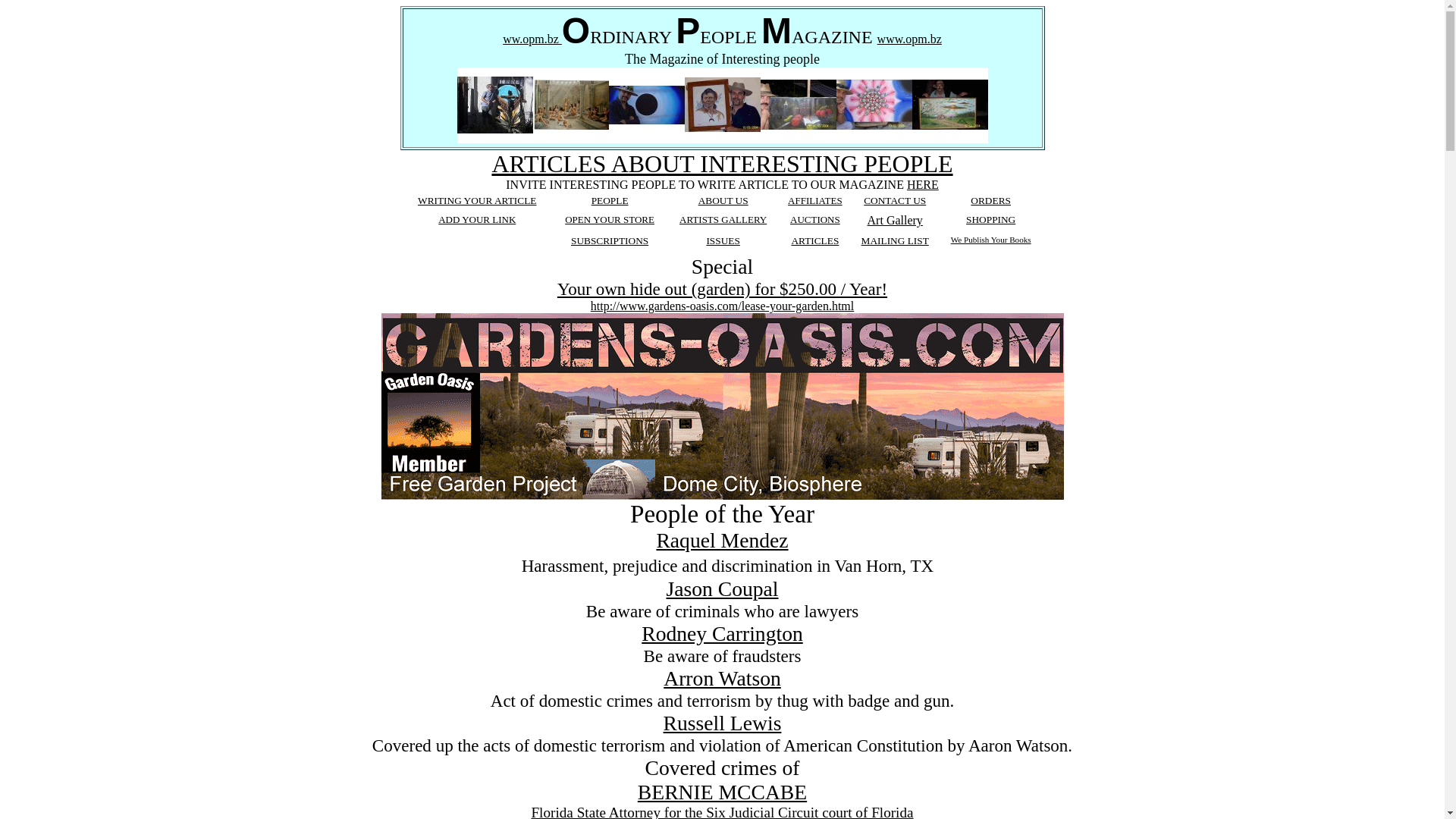  Describe the element at coordinates (720, 588) in the screenshot. I see `'Jason Coupal'` at that location.